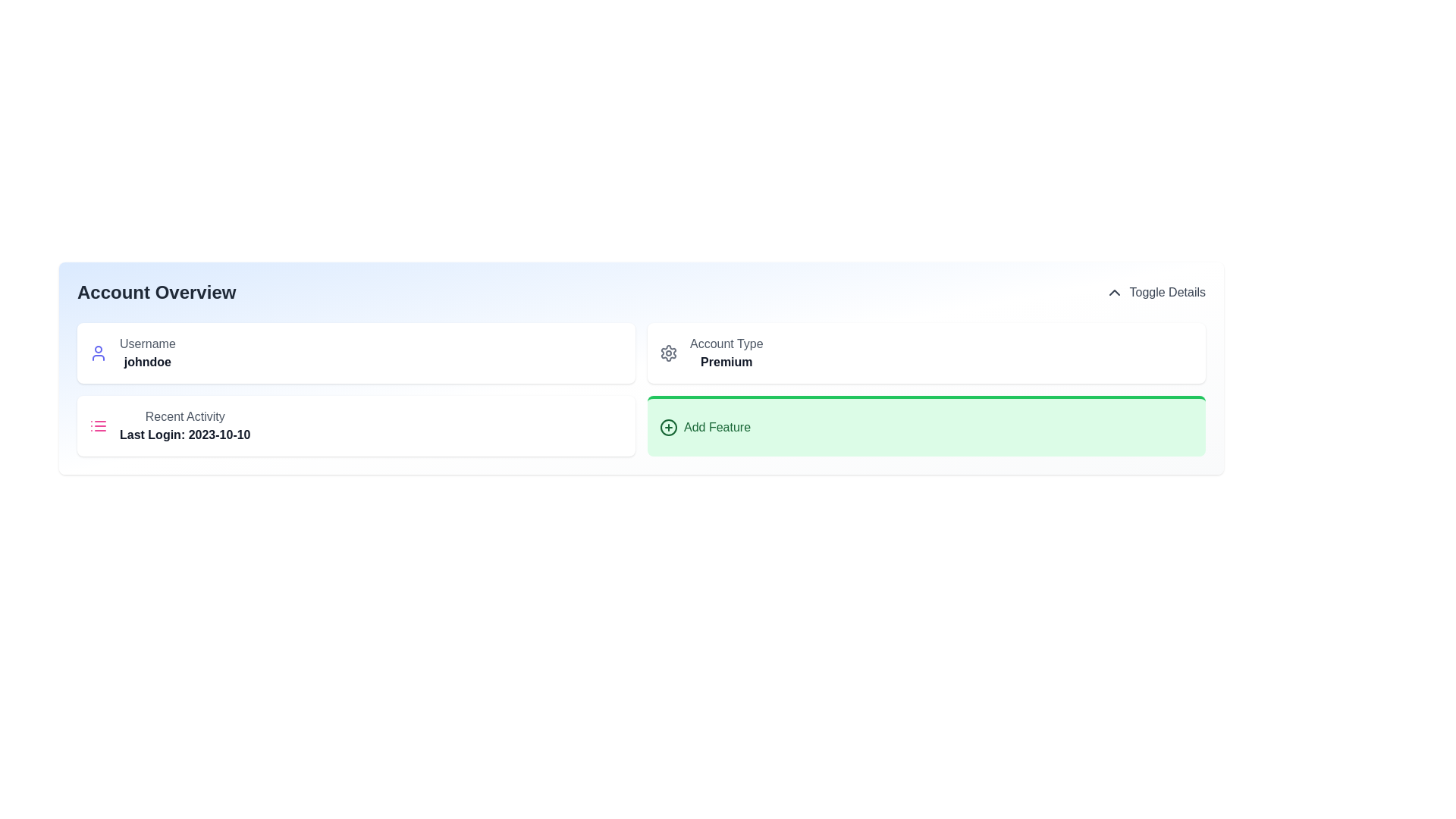 This screenshot has width=1456, height=819. What do you see at coordinates (926, 353) in the screenshot?
I see `the account type panel located in the top-right section of the user information grid layout` at bounding box center [926, 353].